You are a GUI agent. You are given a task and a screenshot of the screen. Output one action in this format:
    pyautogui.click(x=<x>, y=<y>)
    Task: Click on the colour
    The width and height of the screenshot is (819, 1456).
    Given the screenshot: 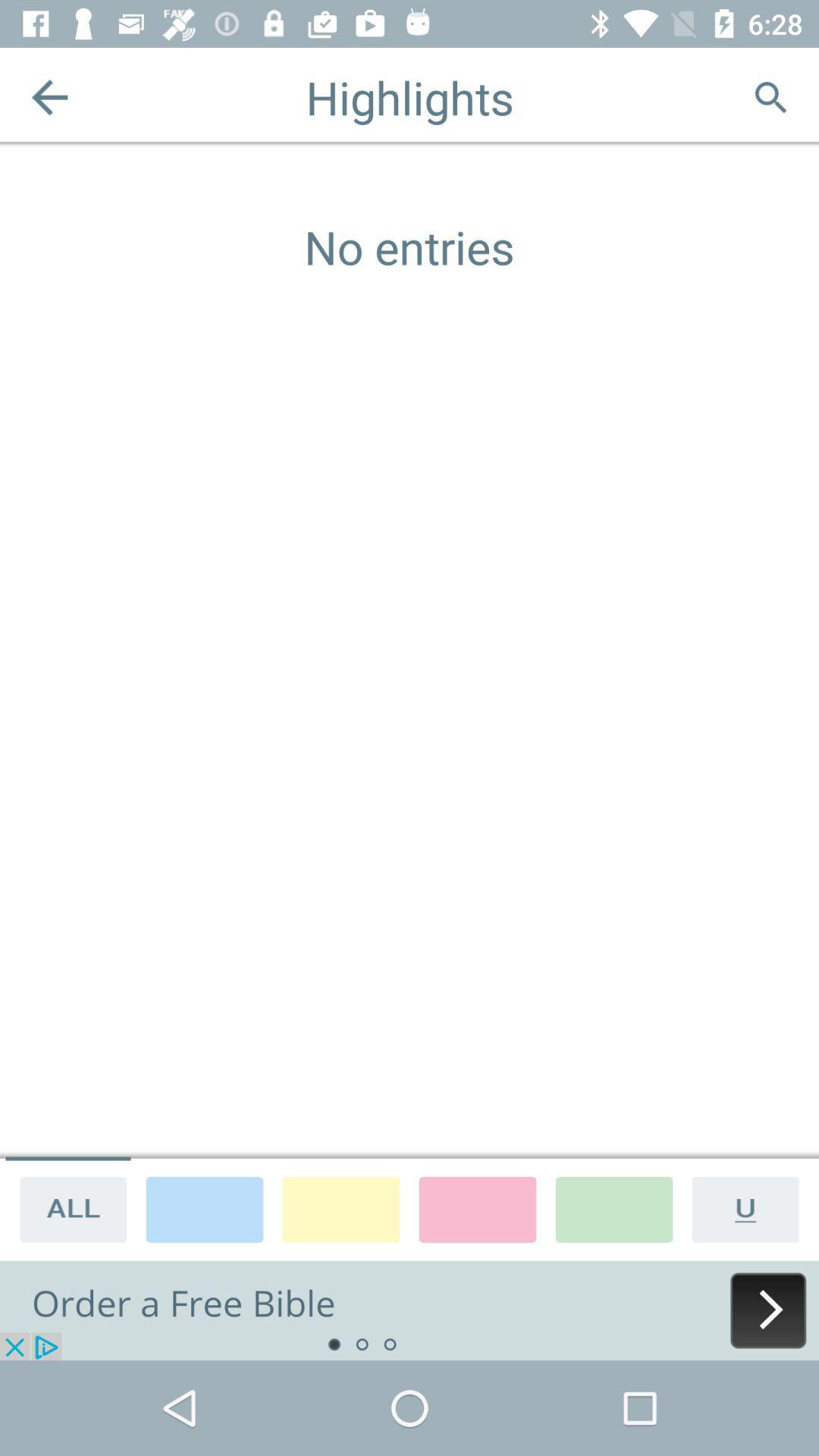 What is the action you would take?
    pyautogui.click(x=614, y=1208)
    